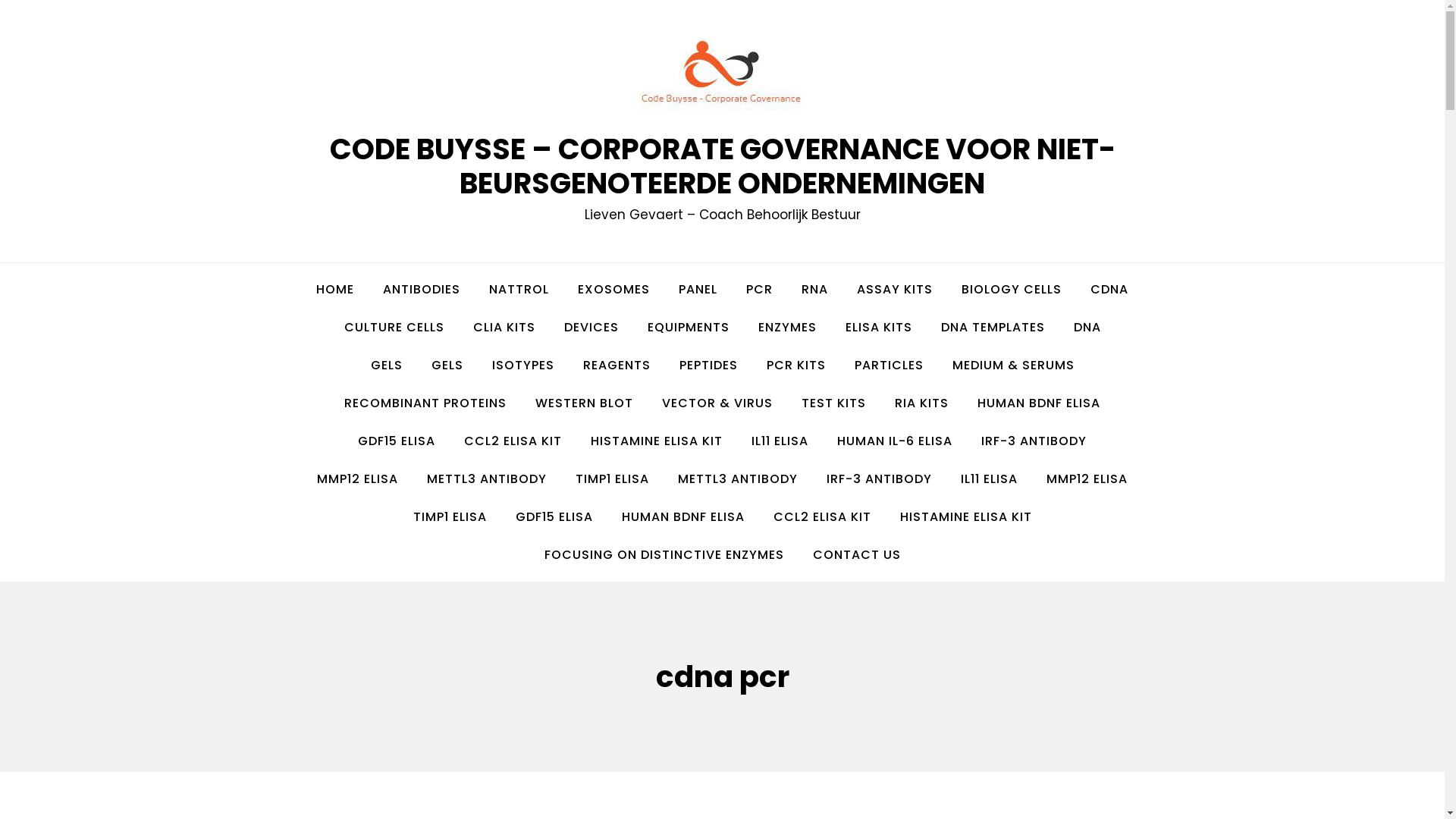 This screenshot has height=819, width=1456. Describe the element at coordinates (422, 289) in the screenshot. I see `'ANTIBODIES'` at that location.